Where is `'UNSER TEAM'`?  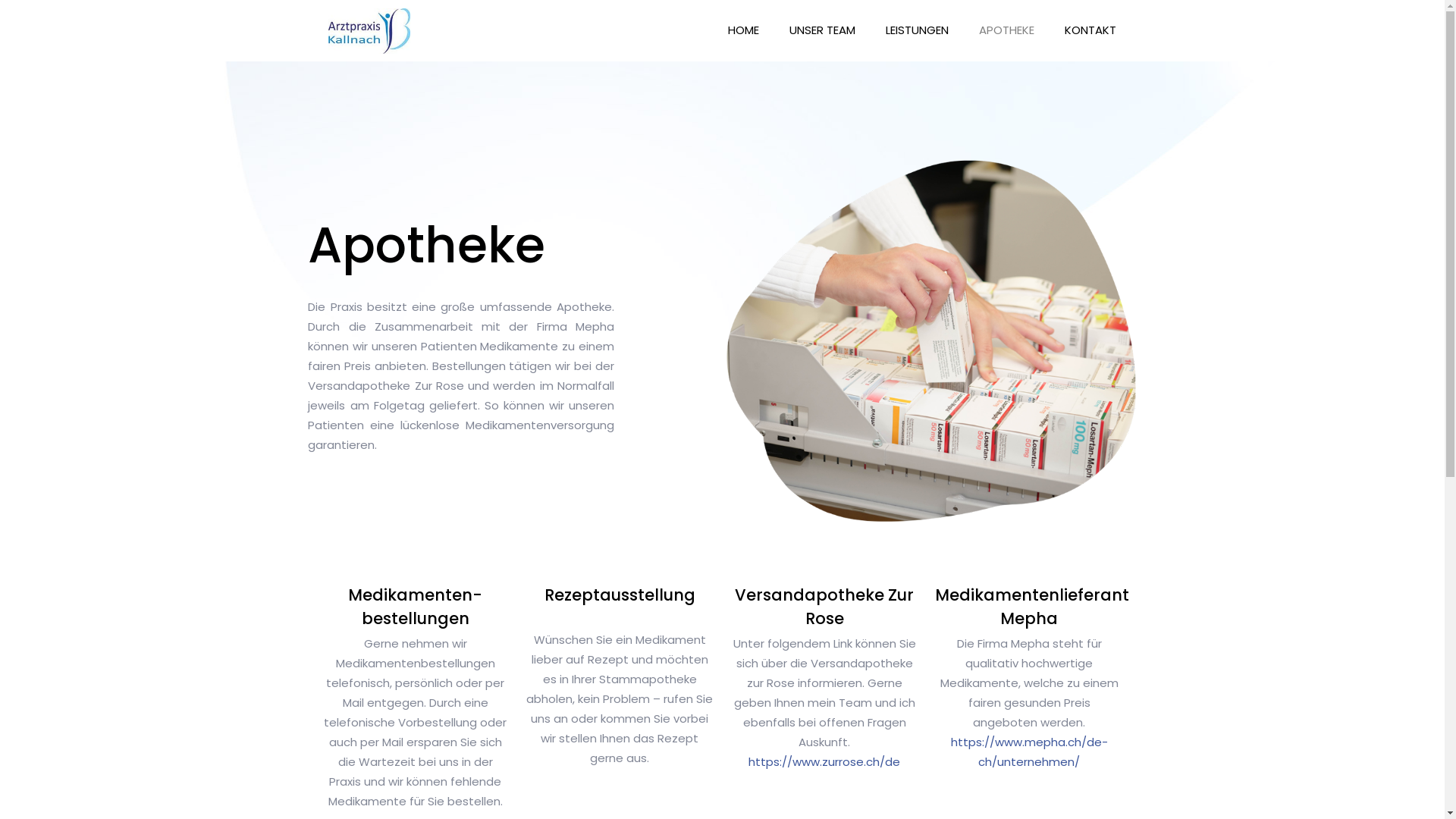
'UNSER TEAM' is located at coordinates (821, 30).